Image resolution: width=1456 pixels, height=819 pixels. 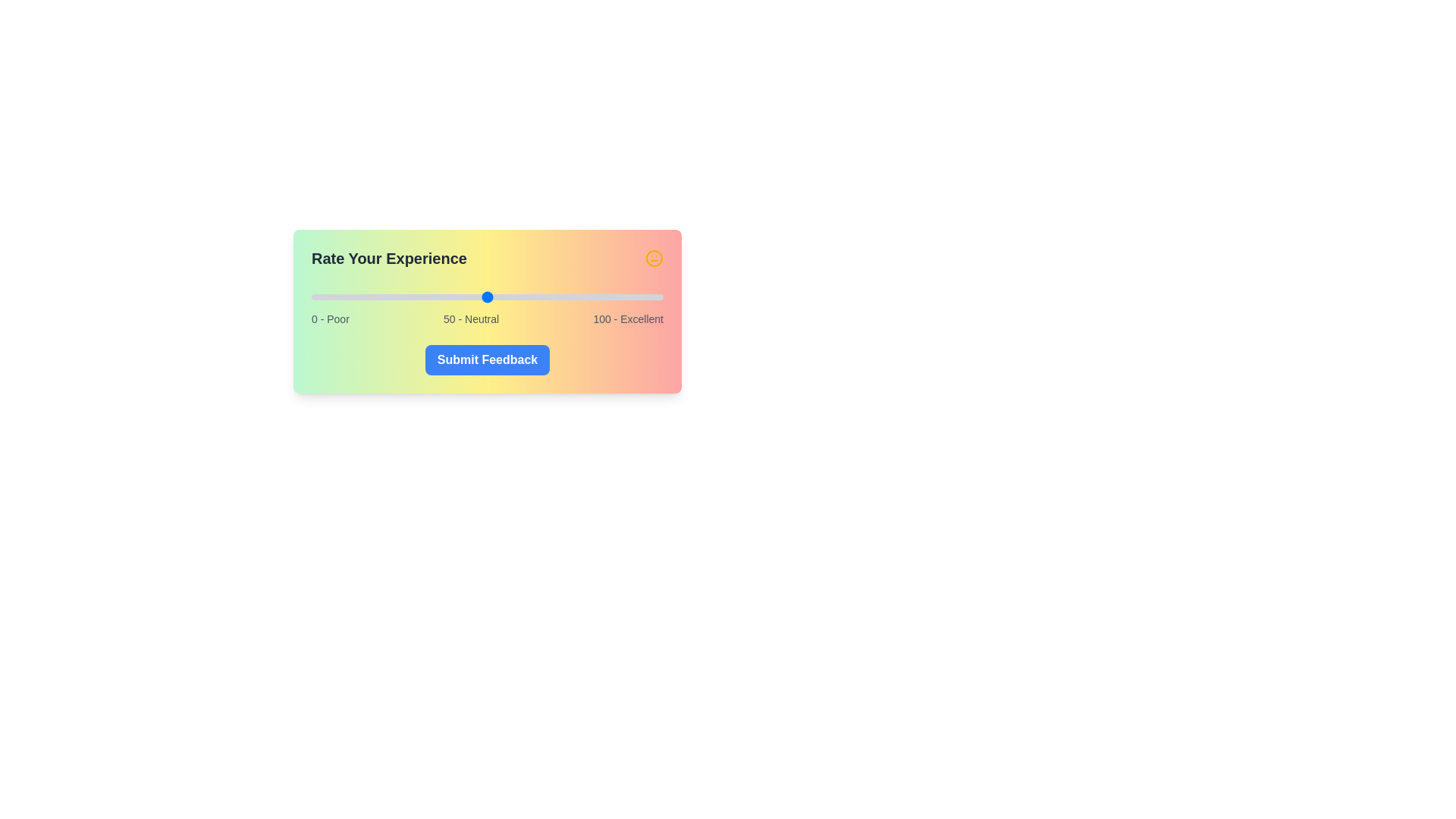 I want to click on the satisfaction slider to 94 value, so click(x=642, y=297).